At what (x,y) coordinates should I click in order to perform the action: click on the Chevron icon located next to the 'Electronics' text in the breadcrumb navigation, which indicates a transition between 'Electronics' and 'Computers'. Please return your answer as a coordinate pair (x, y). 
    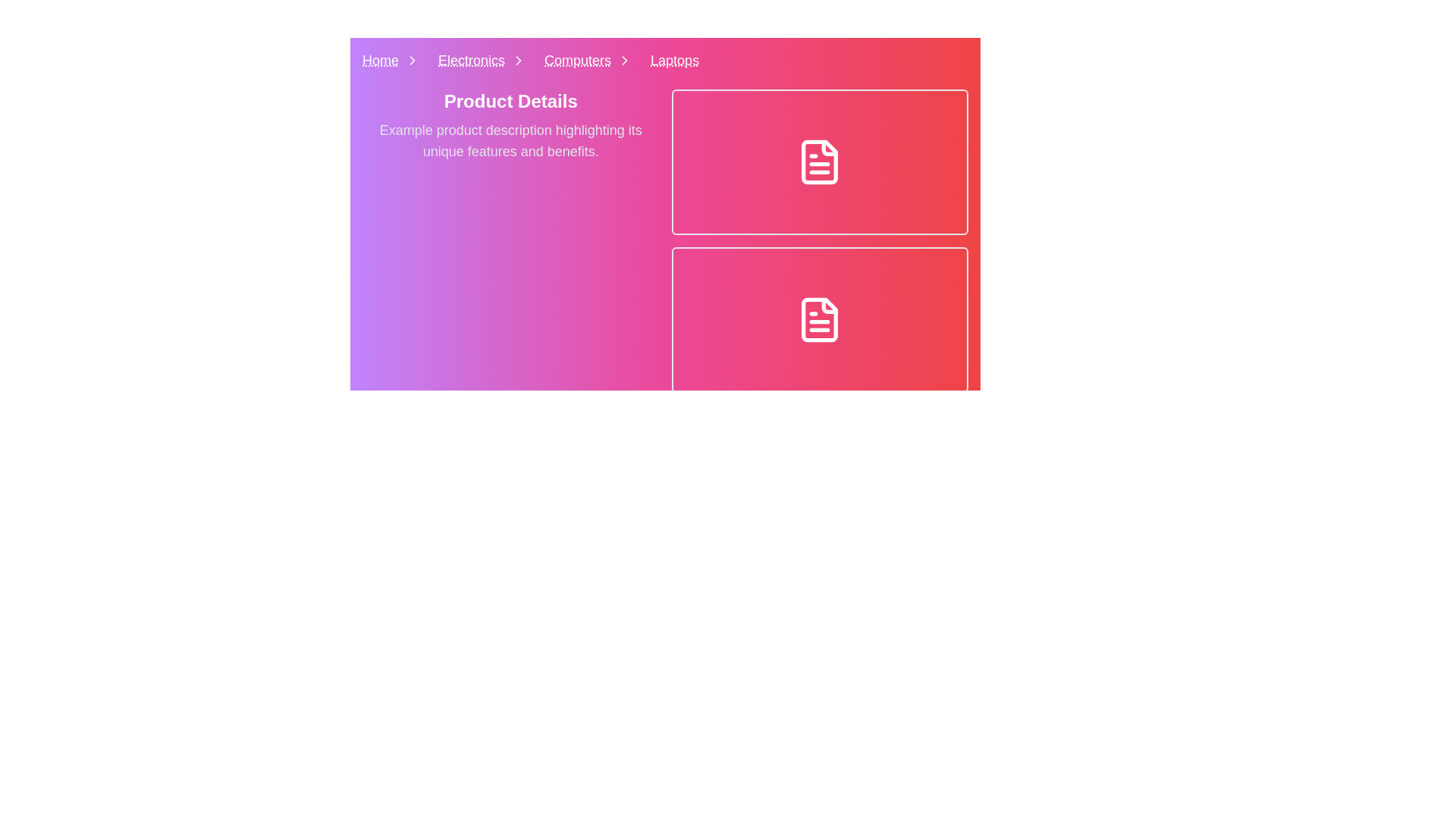
    Looking at the image, I should click on (519, 60).